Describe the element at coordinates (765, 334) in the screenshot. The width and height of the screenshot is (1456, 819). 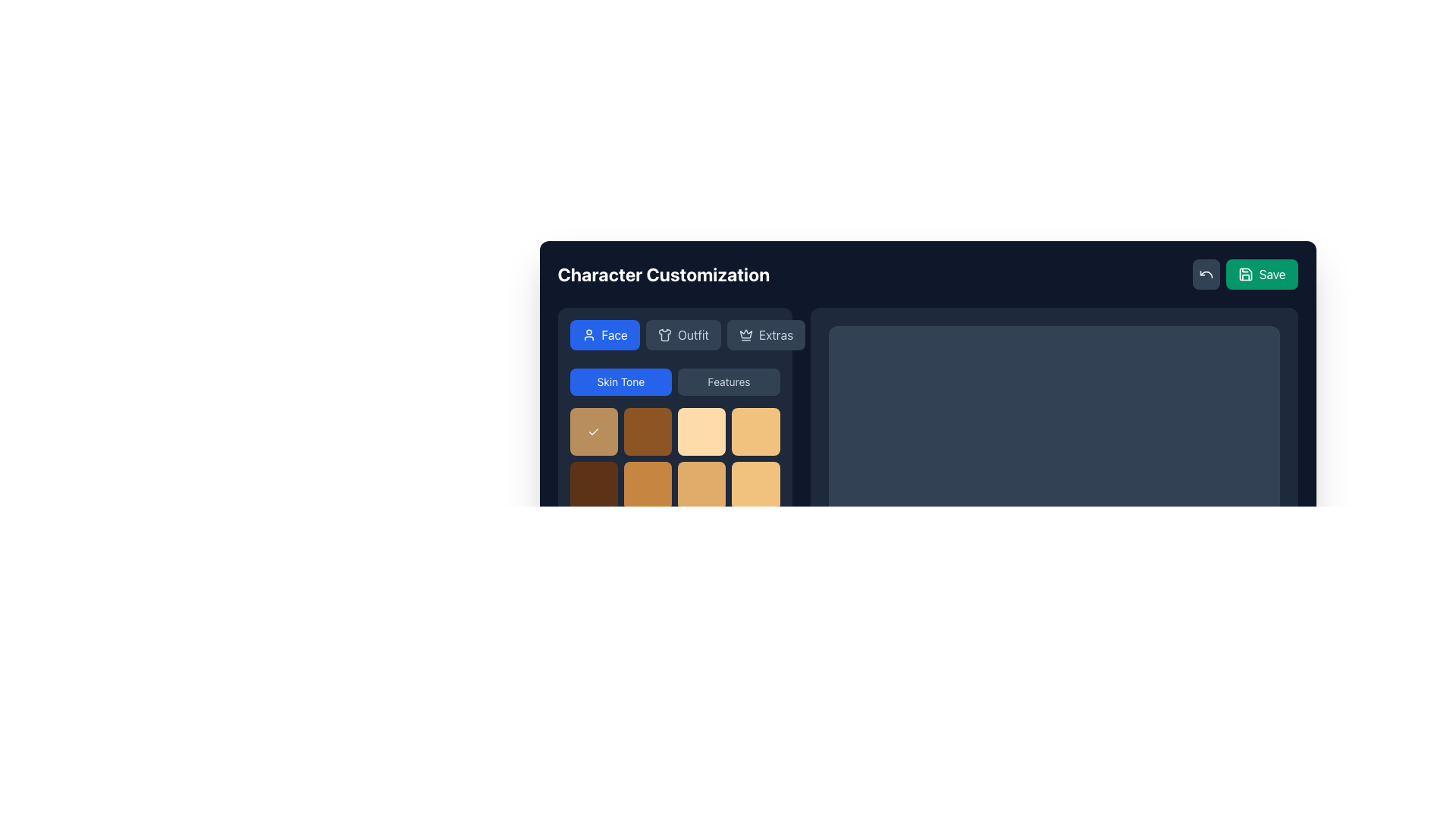
I see `the 'Extras' category selection button located to the far right of the button group under 'Character Customization'` at that location.